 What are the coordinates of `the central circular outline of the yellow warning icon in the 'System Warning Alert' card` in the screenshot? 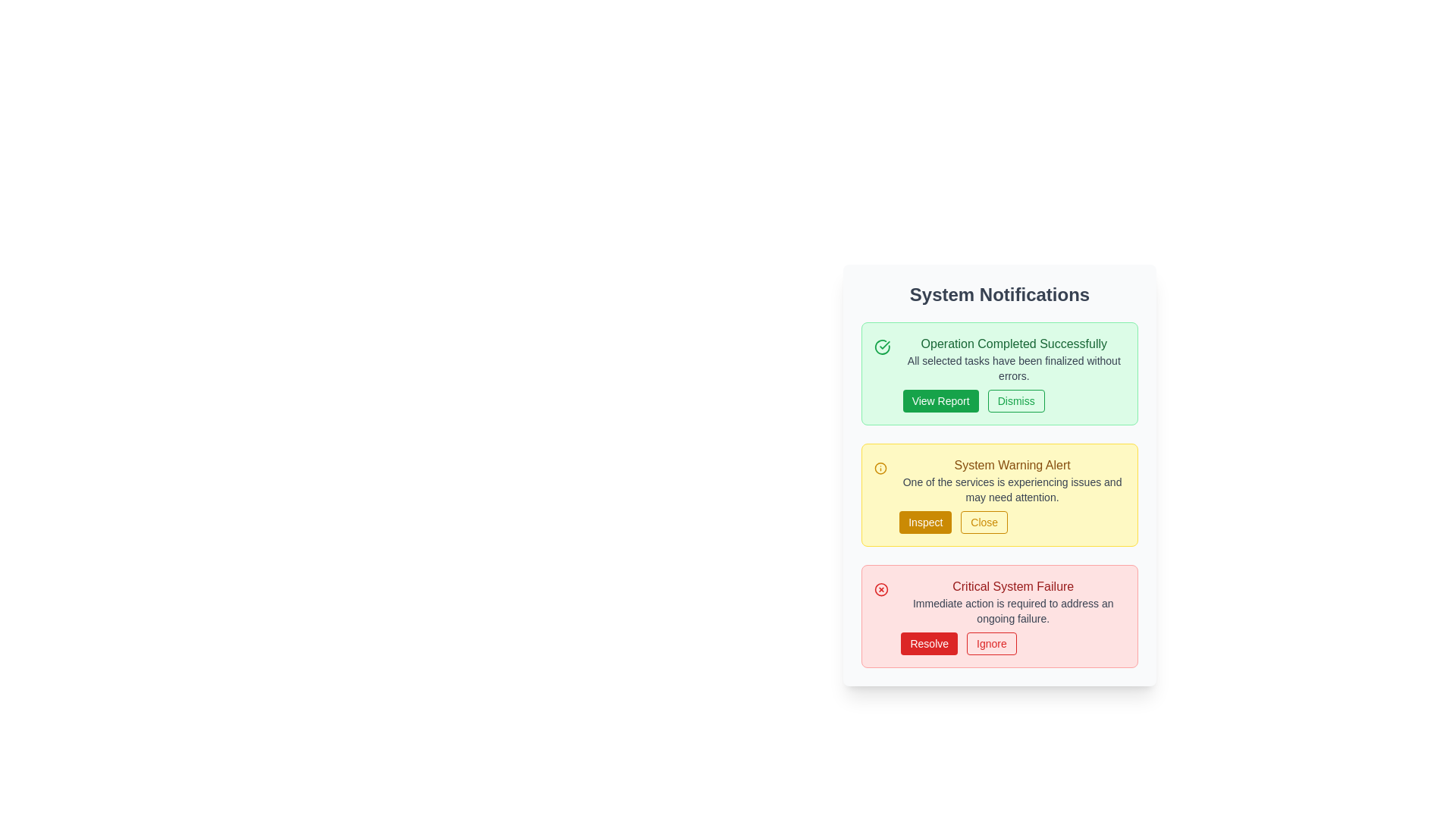 It's located at (880, 467).